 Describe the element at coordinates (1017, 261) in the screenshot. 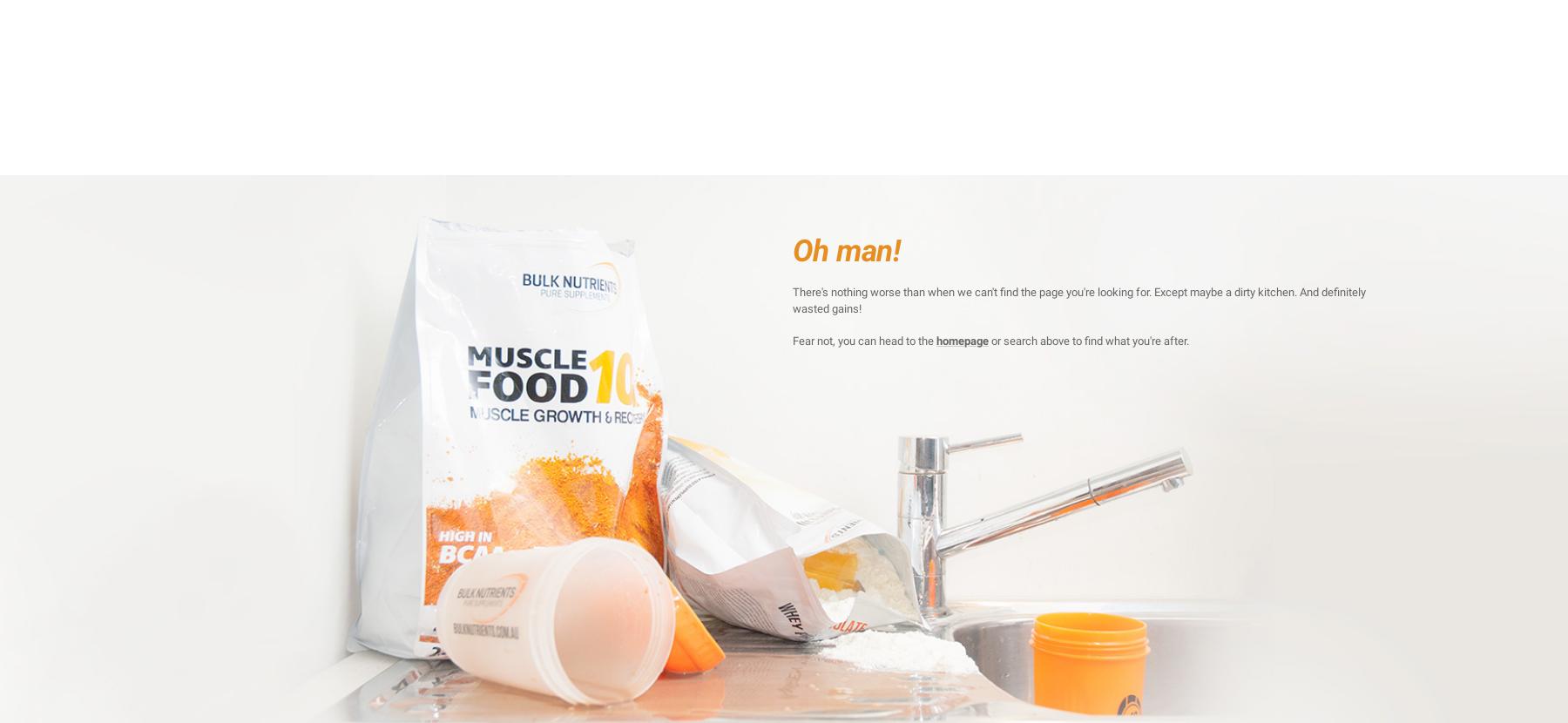

I see `'11 minutes'` at that location.